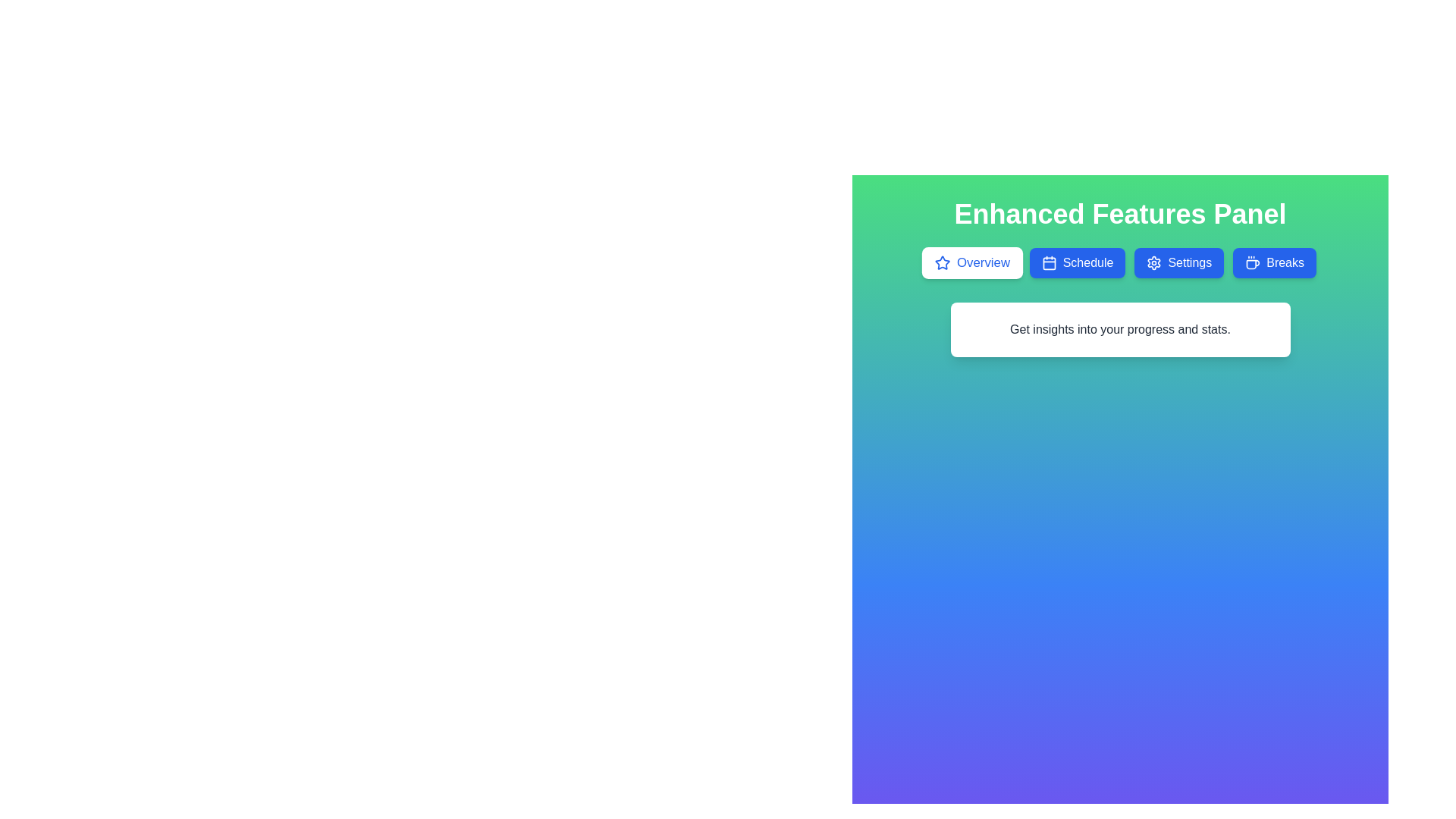  I want to click on the 'Schedule' icon, which is a rounded rectangle-shaped calendar icon with a blue fill, located as the second button from the left in the navigation bar, so click(1048, 262).